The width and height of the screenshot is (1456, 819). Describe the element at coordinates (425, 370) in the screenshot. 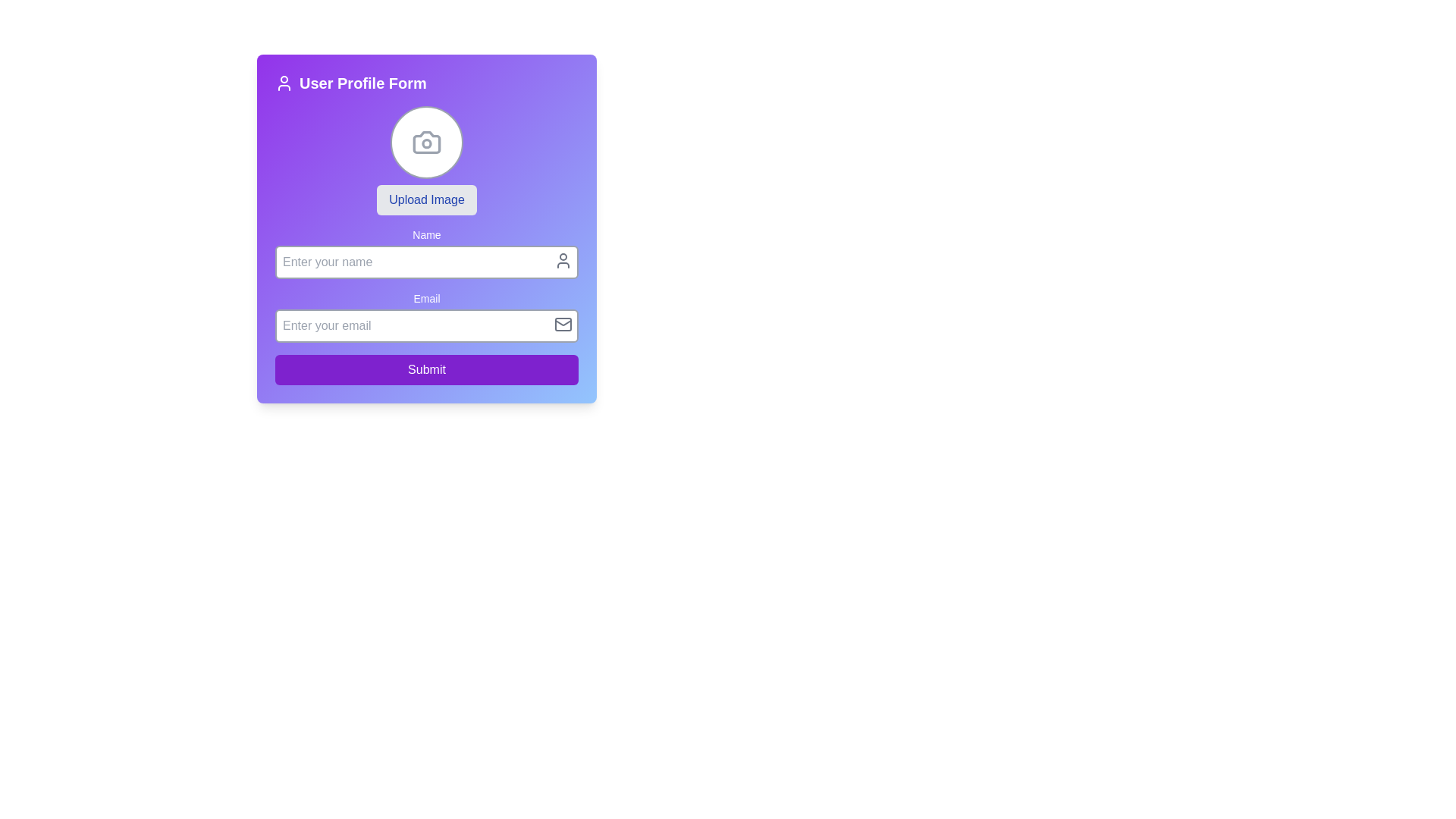

I see `the purple 'Submit' button with rounded corners located in the 'User Profile Form' section` at that location.